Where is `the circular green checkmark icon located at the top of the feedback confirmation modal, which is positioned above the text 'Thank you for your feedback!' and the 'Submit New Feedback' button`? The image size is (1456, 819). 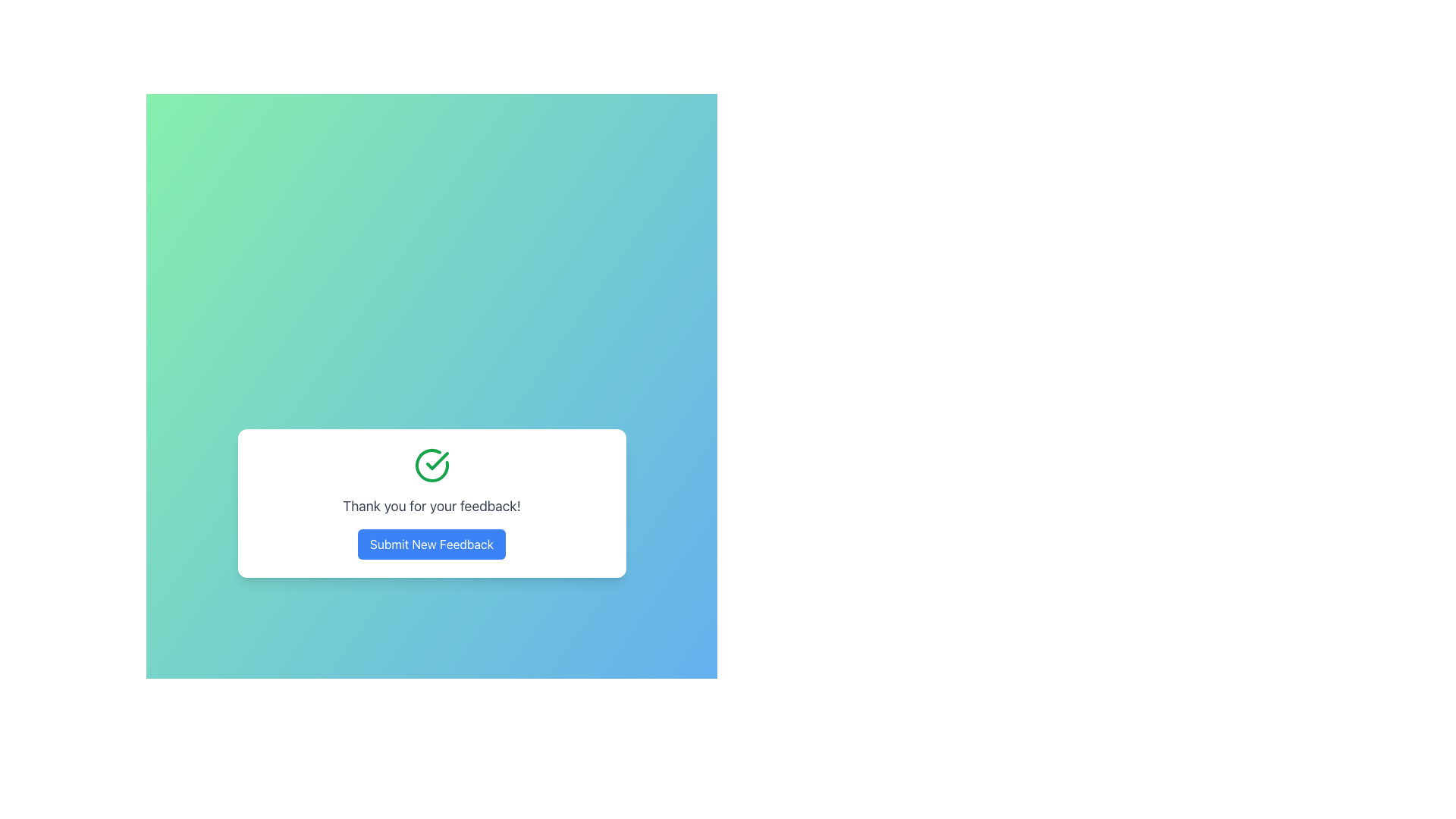 the circular green checkmark icon located at the top of the feedback confirmation modal, which is positioned above the text 'Thank you for your feedback!' and the 'Submit New Feedback' button is located at coordinates (431, 464).